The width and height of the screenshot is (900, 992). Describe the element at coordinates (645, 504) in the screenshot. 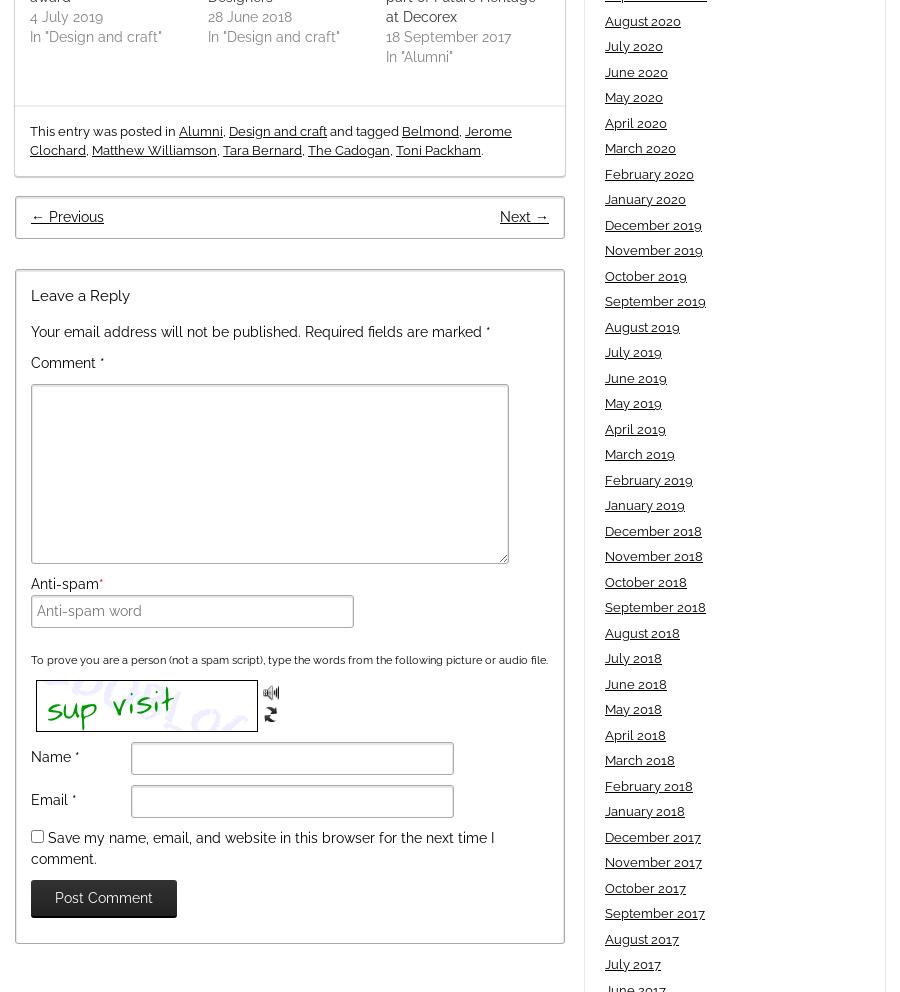

I see `'January 2019'` at that location.